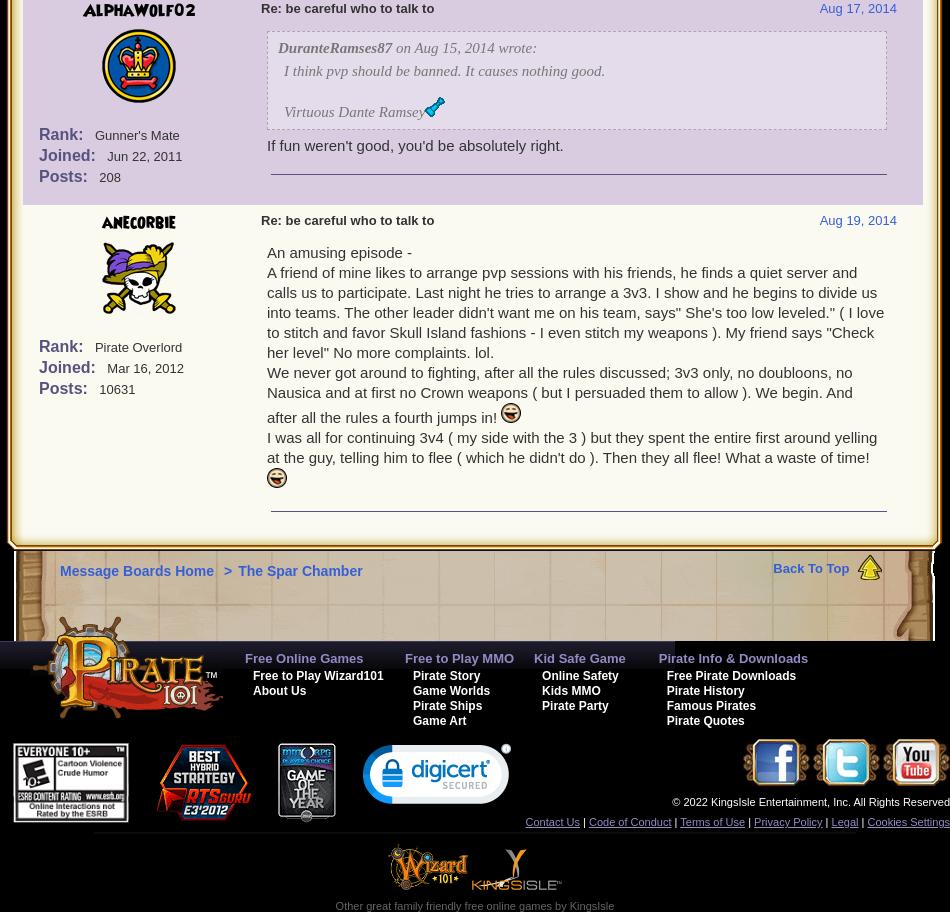 Image resolution: width=950 pixels, height=912 pixels. Describe the element at coordinates (436, 816) in the screenshot. I see `'EV SSL'` at that location.